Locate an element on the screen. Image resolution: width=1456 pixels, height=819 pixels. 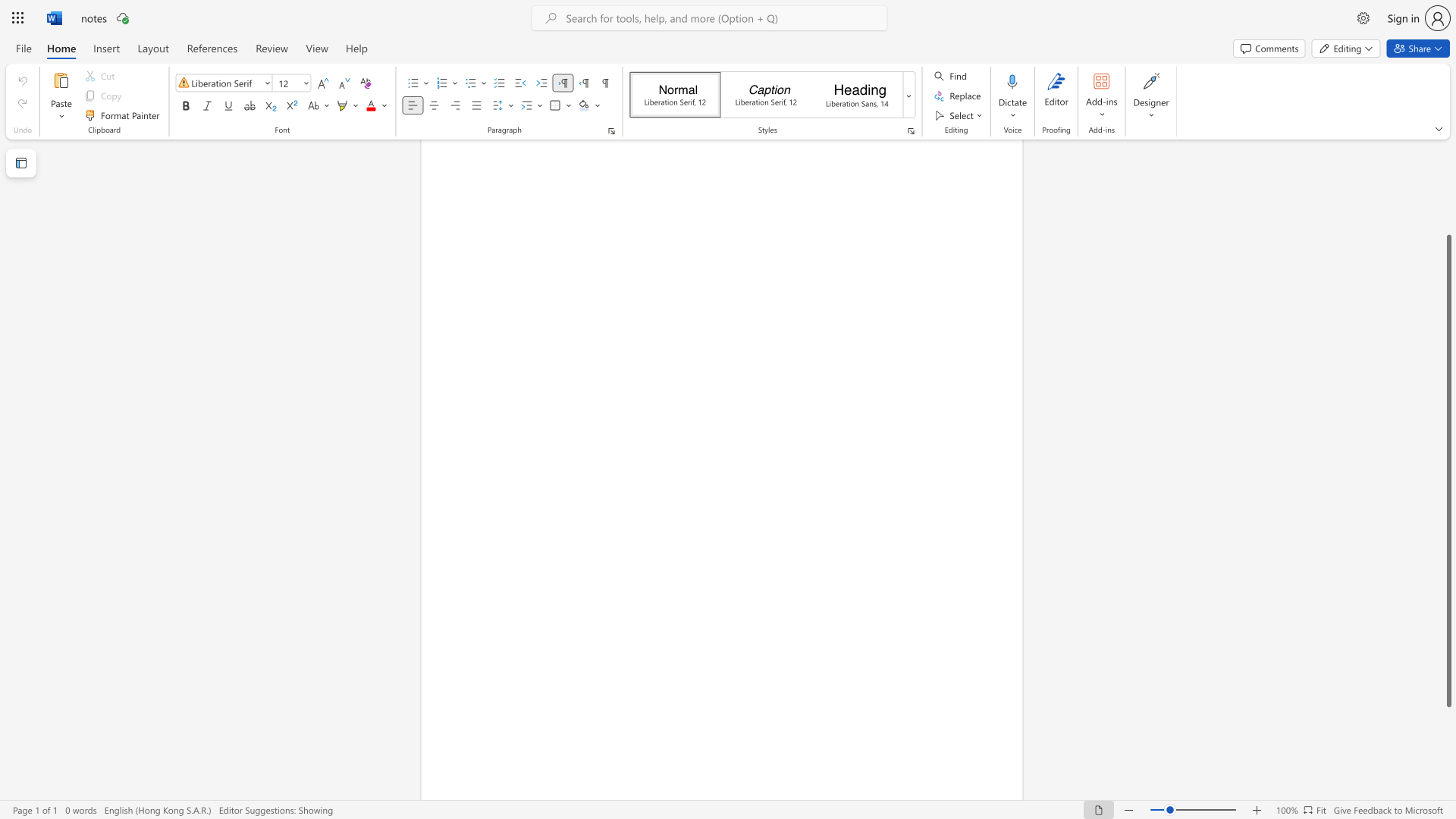
the scrollbar on the right is located at coordinates (1448, 219).